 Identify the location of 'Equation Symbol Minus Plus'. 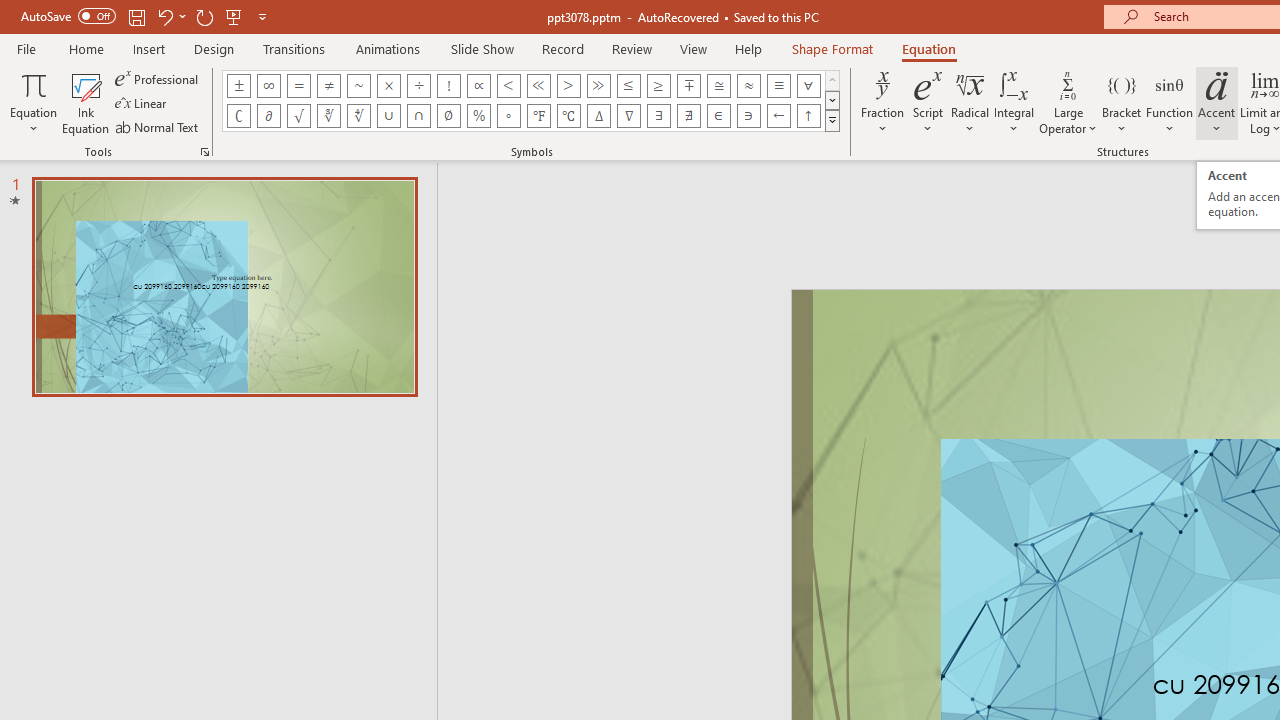
(689, 85).